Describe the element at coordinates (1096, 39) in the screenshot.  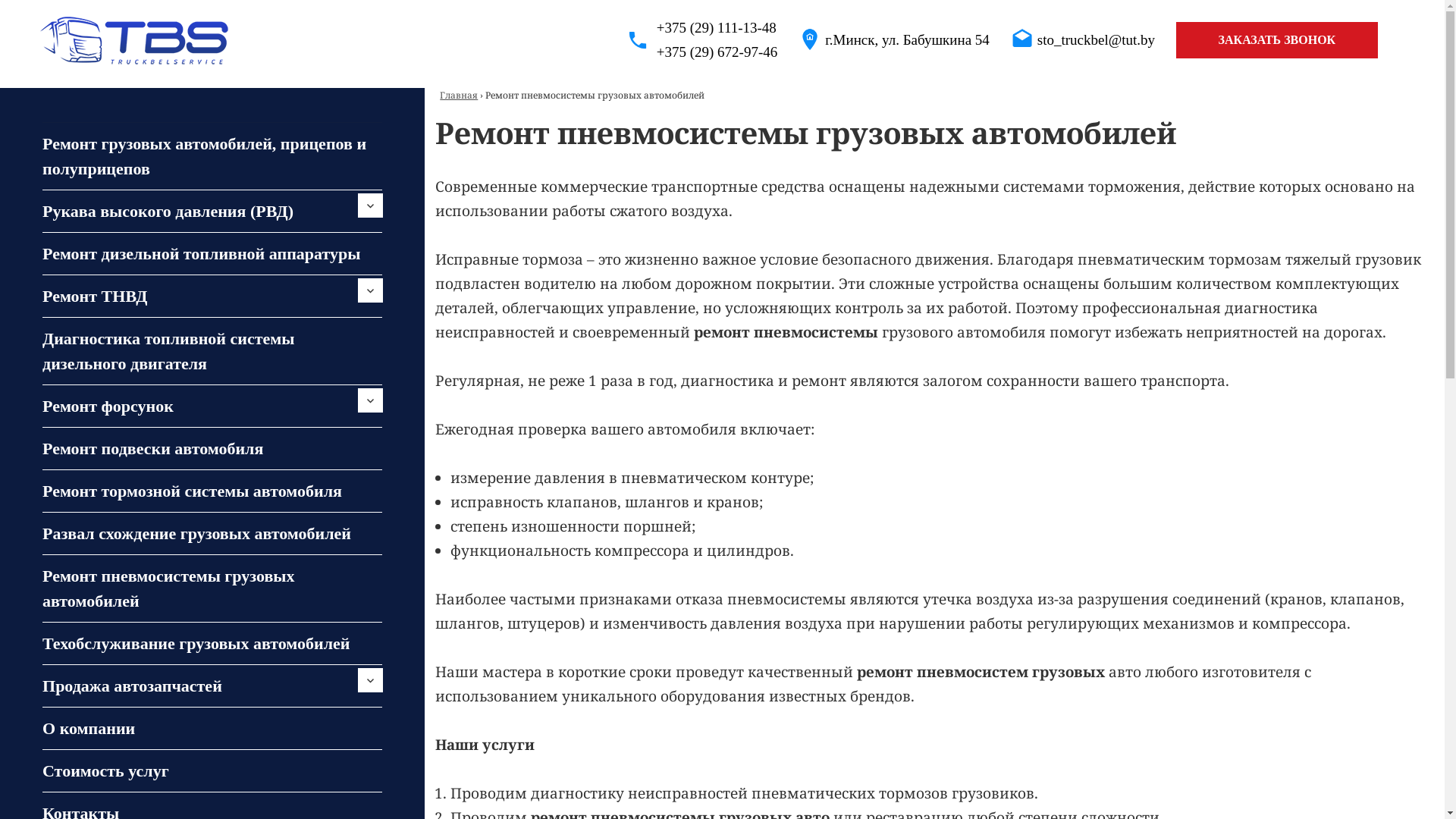
I see `'sto_truckbel@tut.by'` at that location.